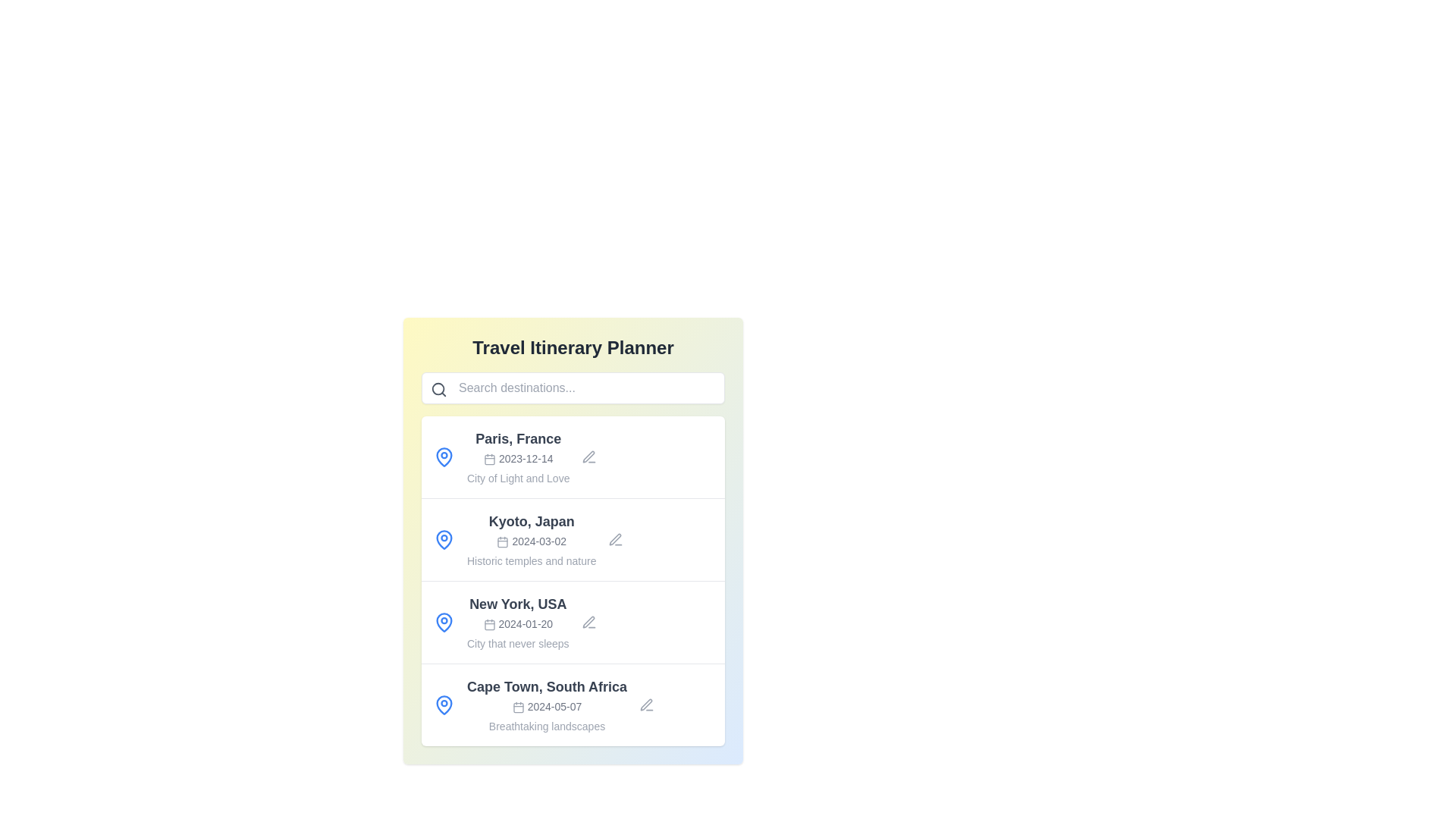 This screenshot has height=819, width=1456. What do you see at coordinates (588, 623) in the screenshot?
I see `the edit icon button located on the far right of the entry labeled 'New York, USA'` at bounding box center [588, 623].